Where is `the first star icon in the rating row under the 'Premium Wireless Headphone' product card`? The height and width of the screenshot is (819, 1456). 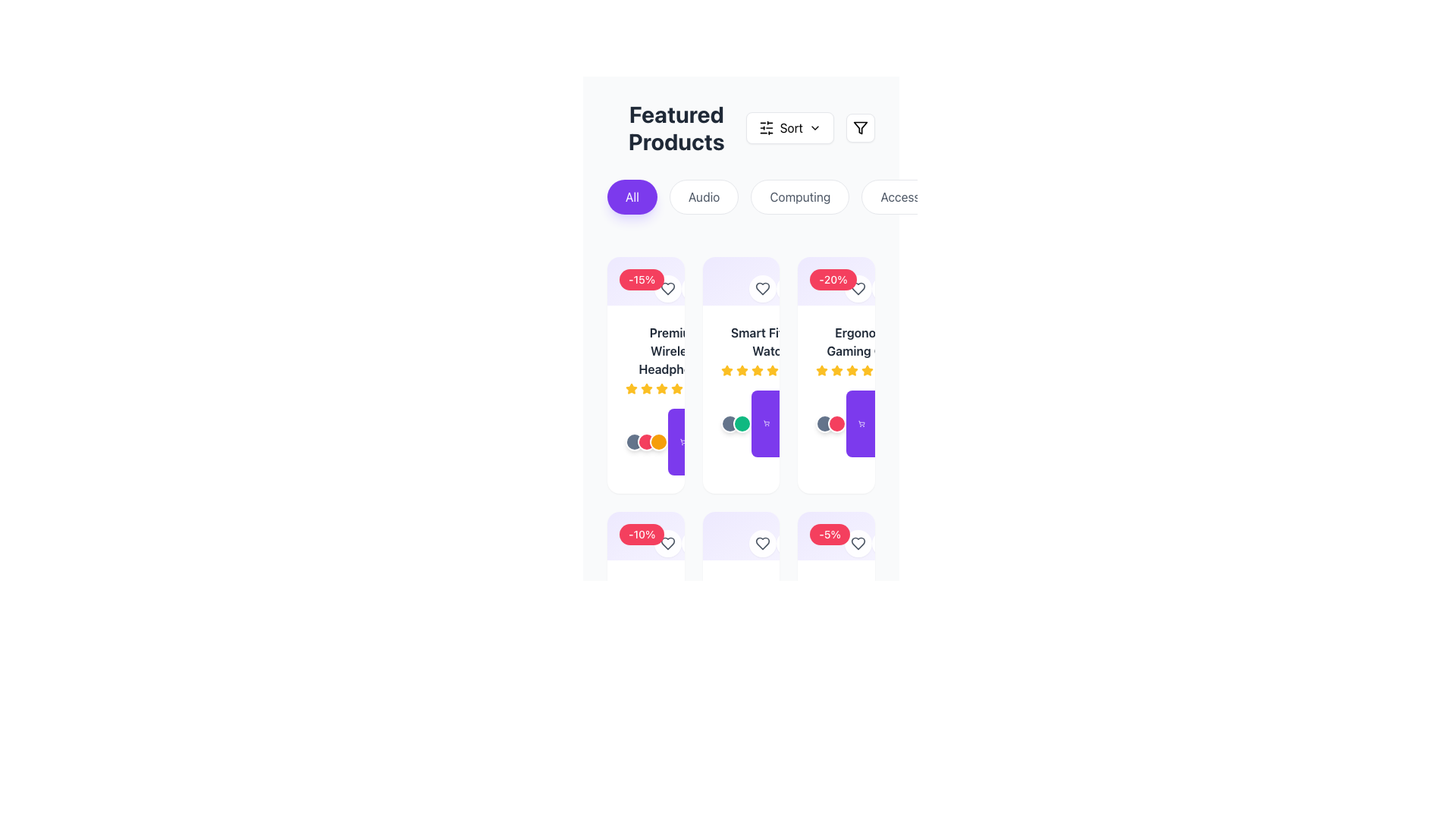 the first star icon in the rating row under the 'Premium Wireless Headphone' product card is located at coordinates (632, 388).